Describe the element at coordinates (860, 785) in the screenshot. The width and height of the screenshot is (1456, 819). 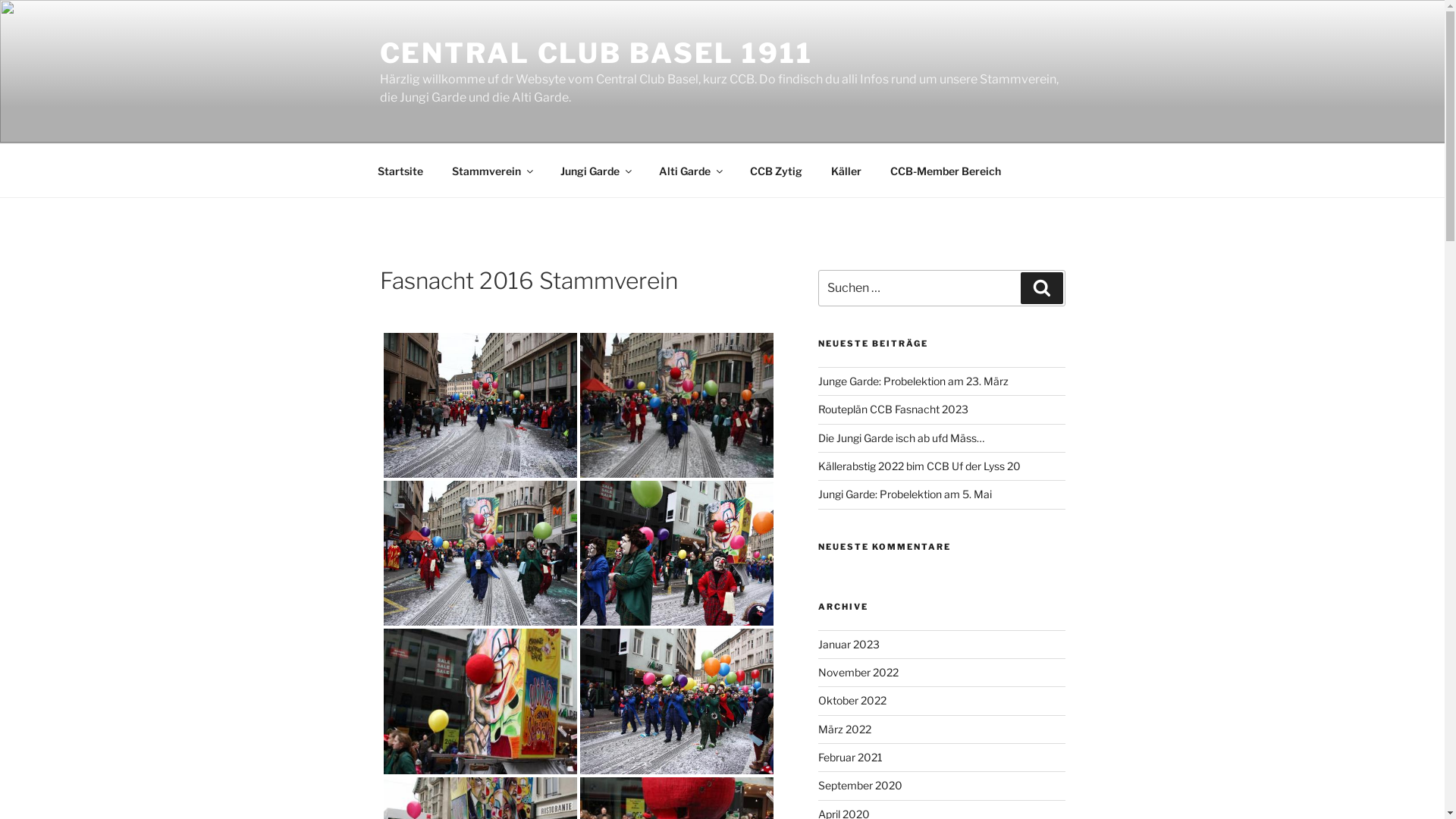
I see `'September 2020'` at that location.